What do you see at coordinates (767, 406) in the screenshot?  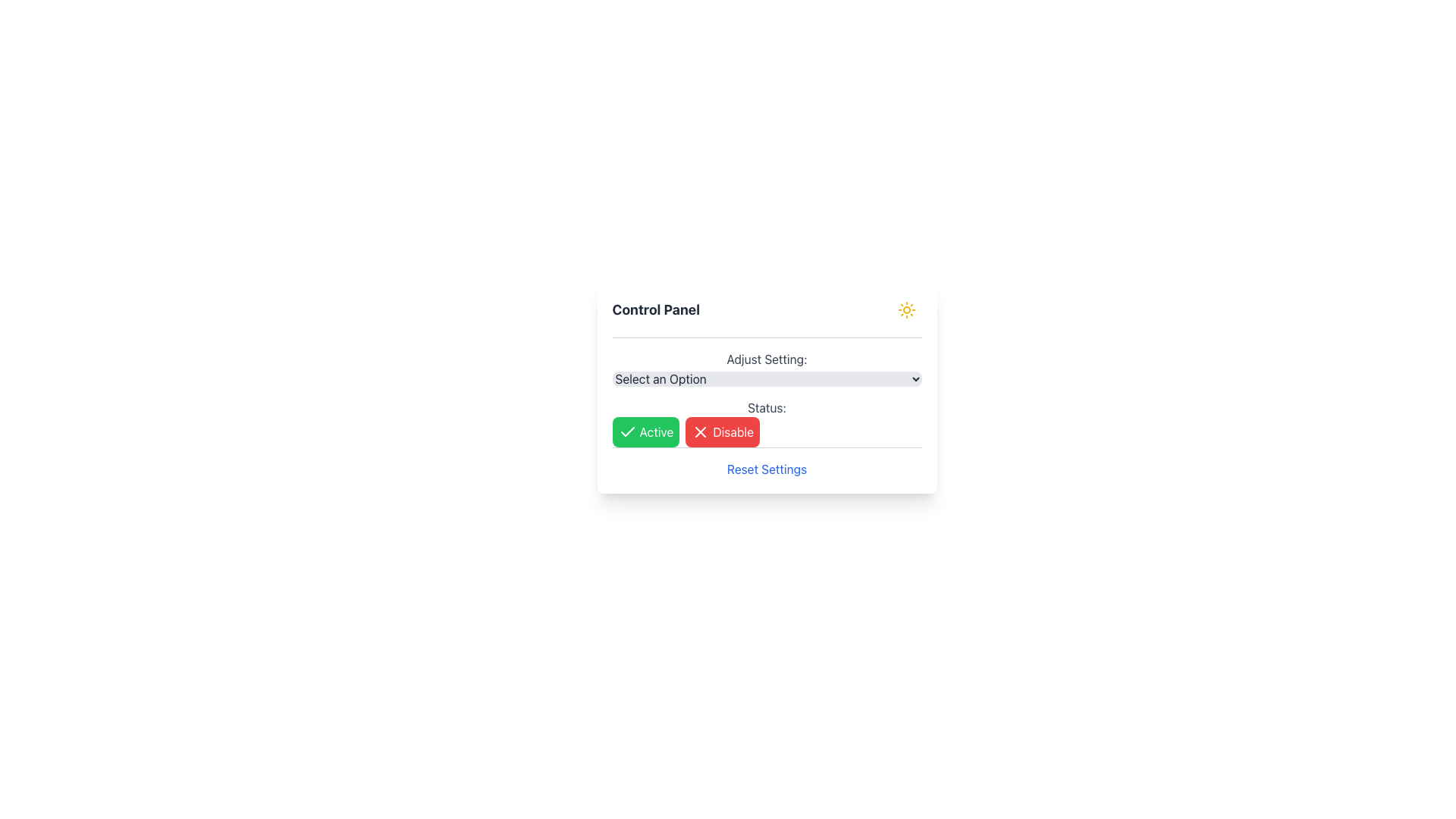 I see `the text label reading 'Status:' styled with a gray font, which is located above the 'Active' and 'Disable' buttons` at bounding box center [767, 406].